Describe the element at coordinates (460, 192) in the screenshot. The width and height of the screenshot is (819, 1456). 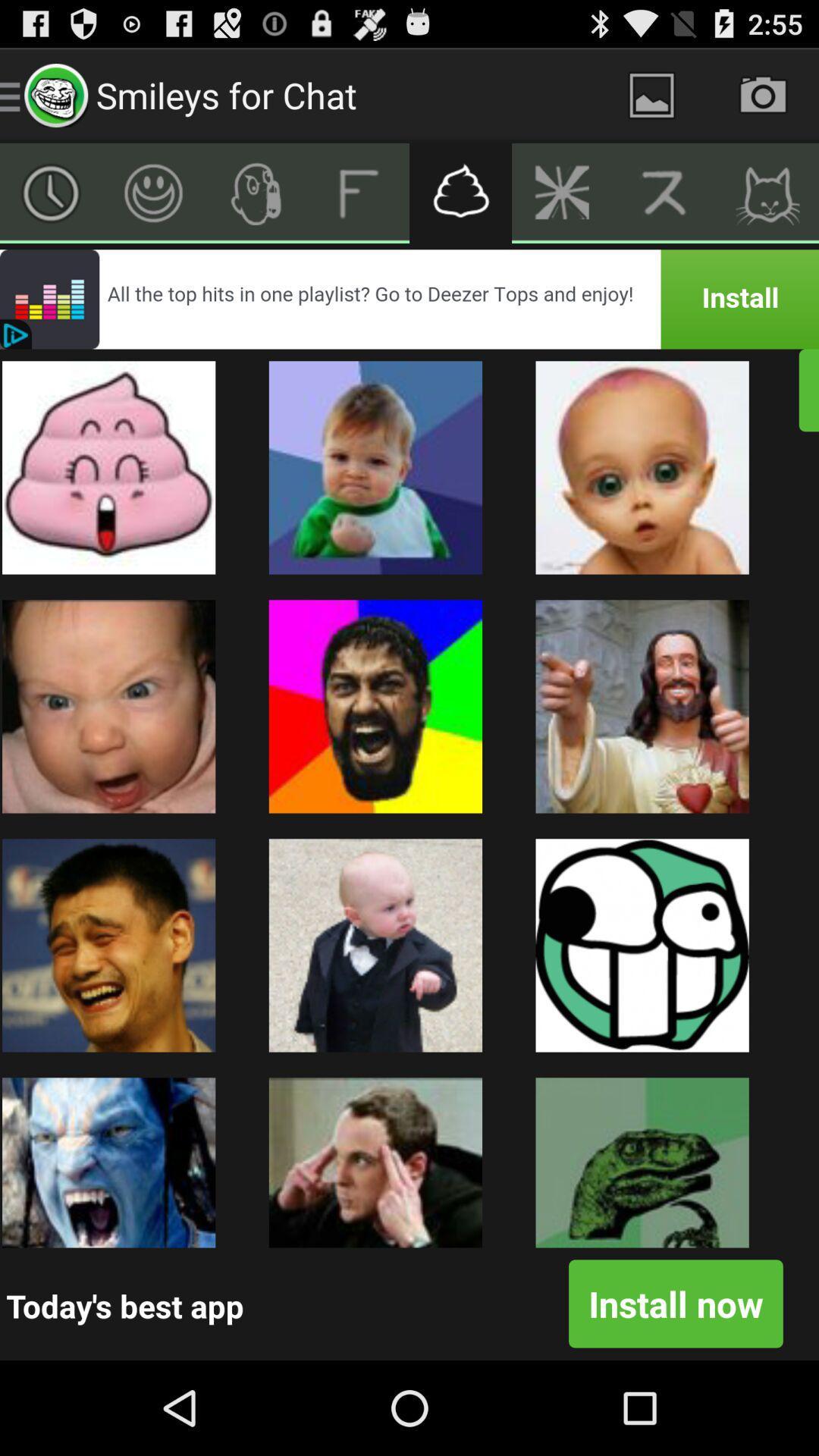
I see `find emojis` at that location.